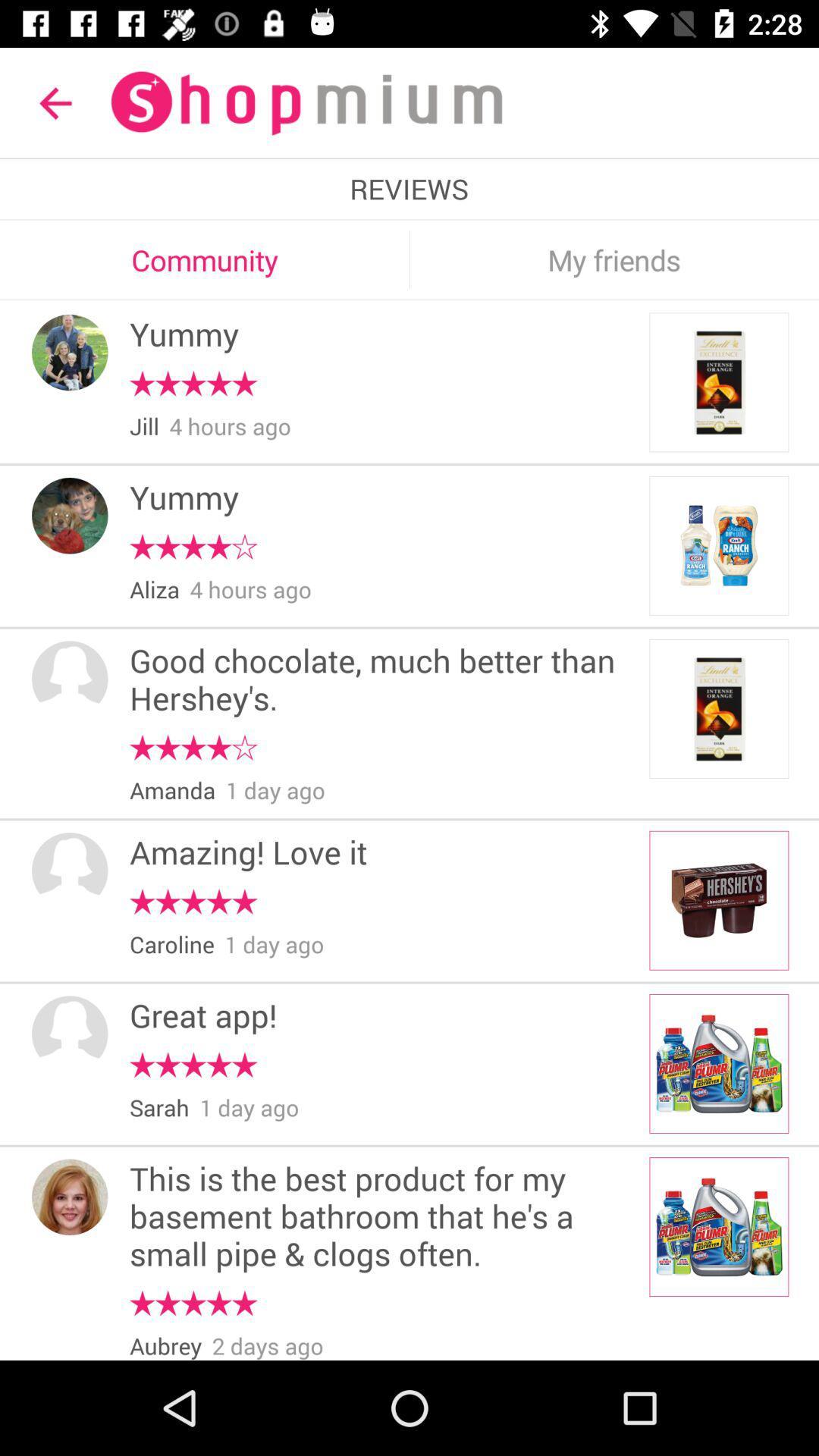  Describe the element at coordinates (70, 678) in the screenshot. I see `the item next to good chocolate much` at that location.